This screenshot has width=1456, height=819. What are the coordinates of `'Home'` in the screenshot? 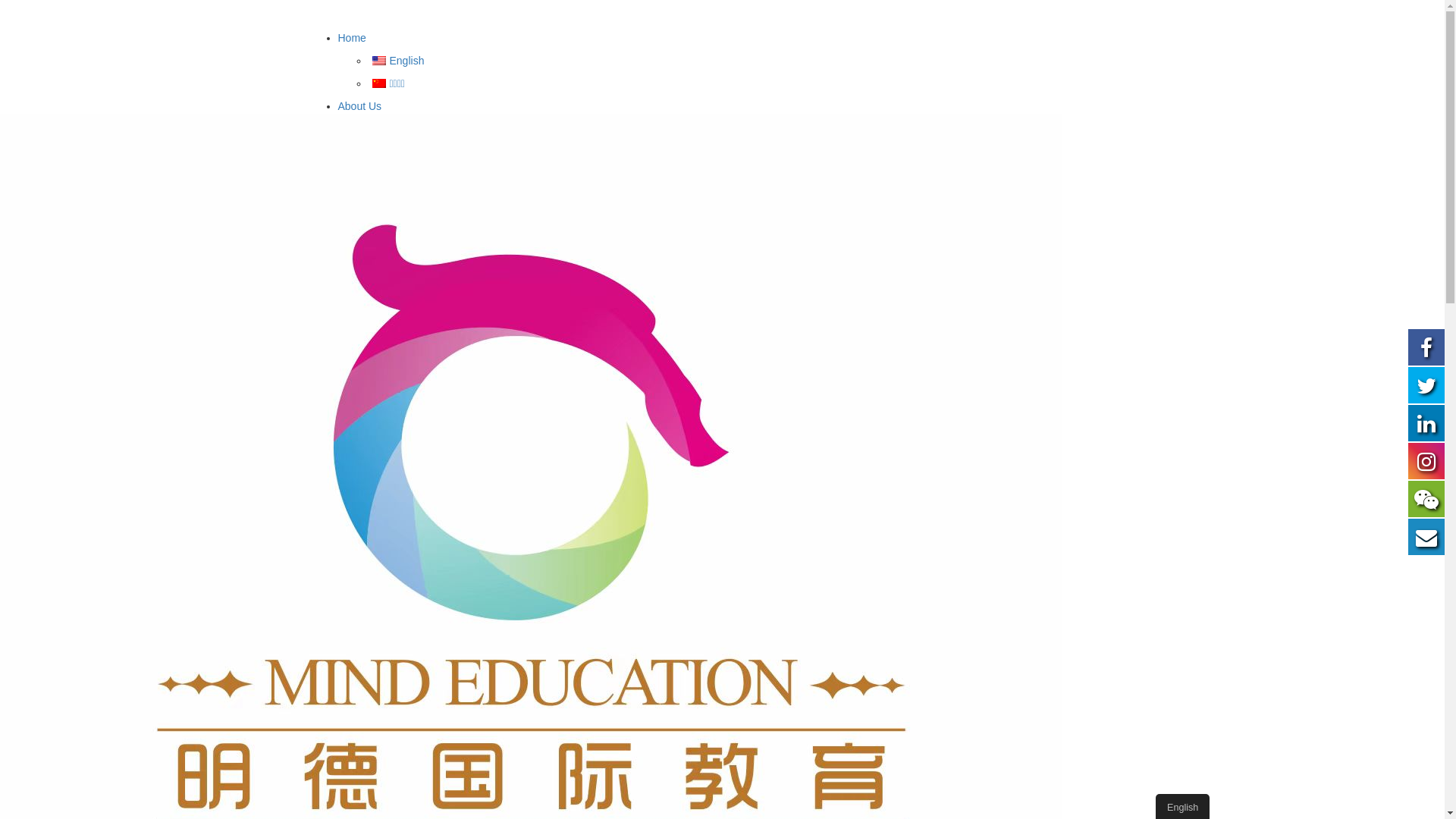 It's located at (337, 37).